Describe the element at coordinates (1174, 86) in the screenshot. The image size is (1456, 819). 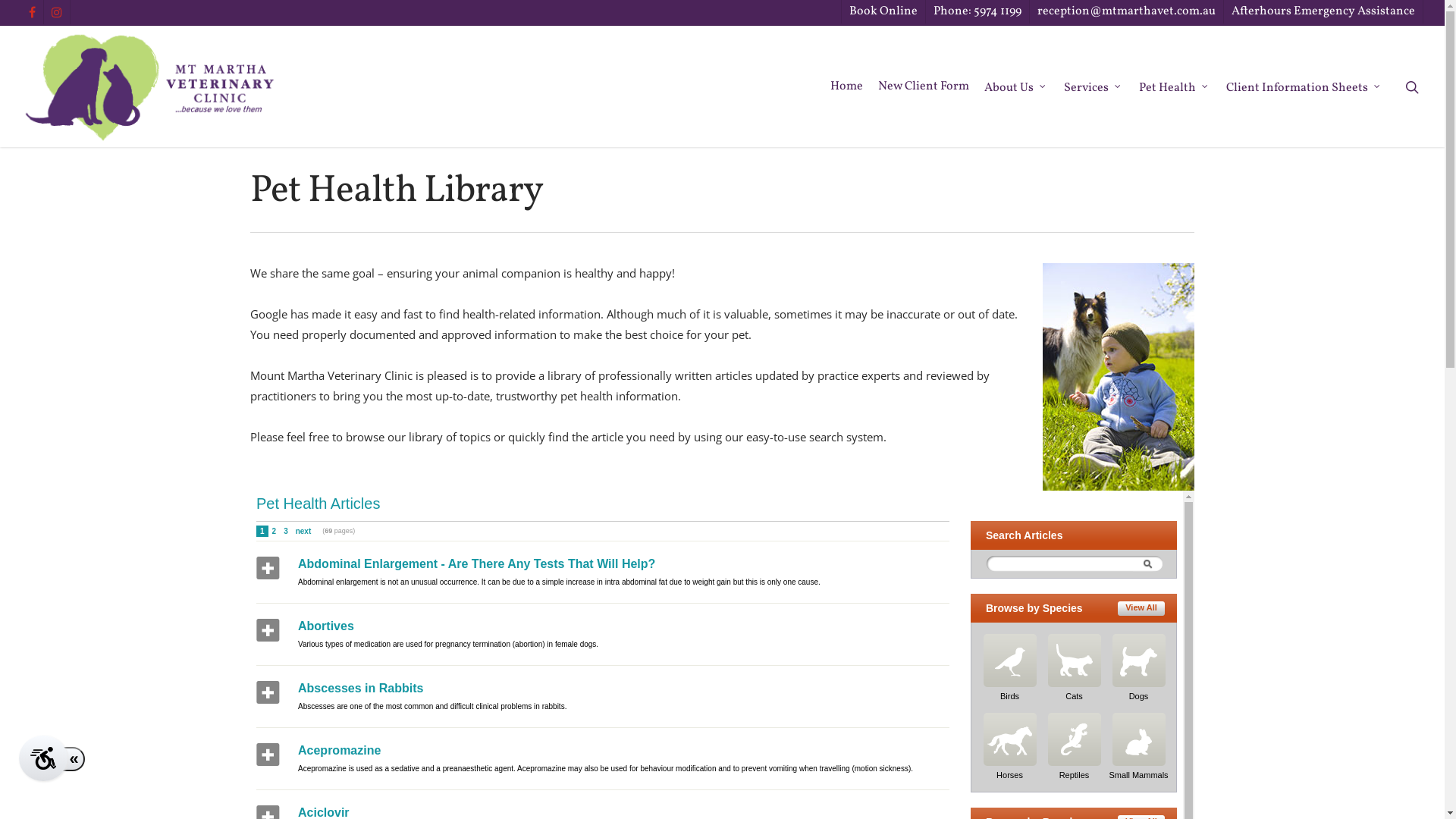
I see `'Pet Health'` at that location.